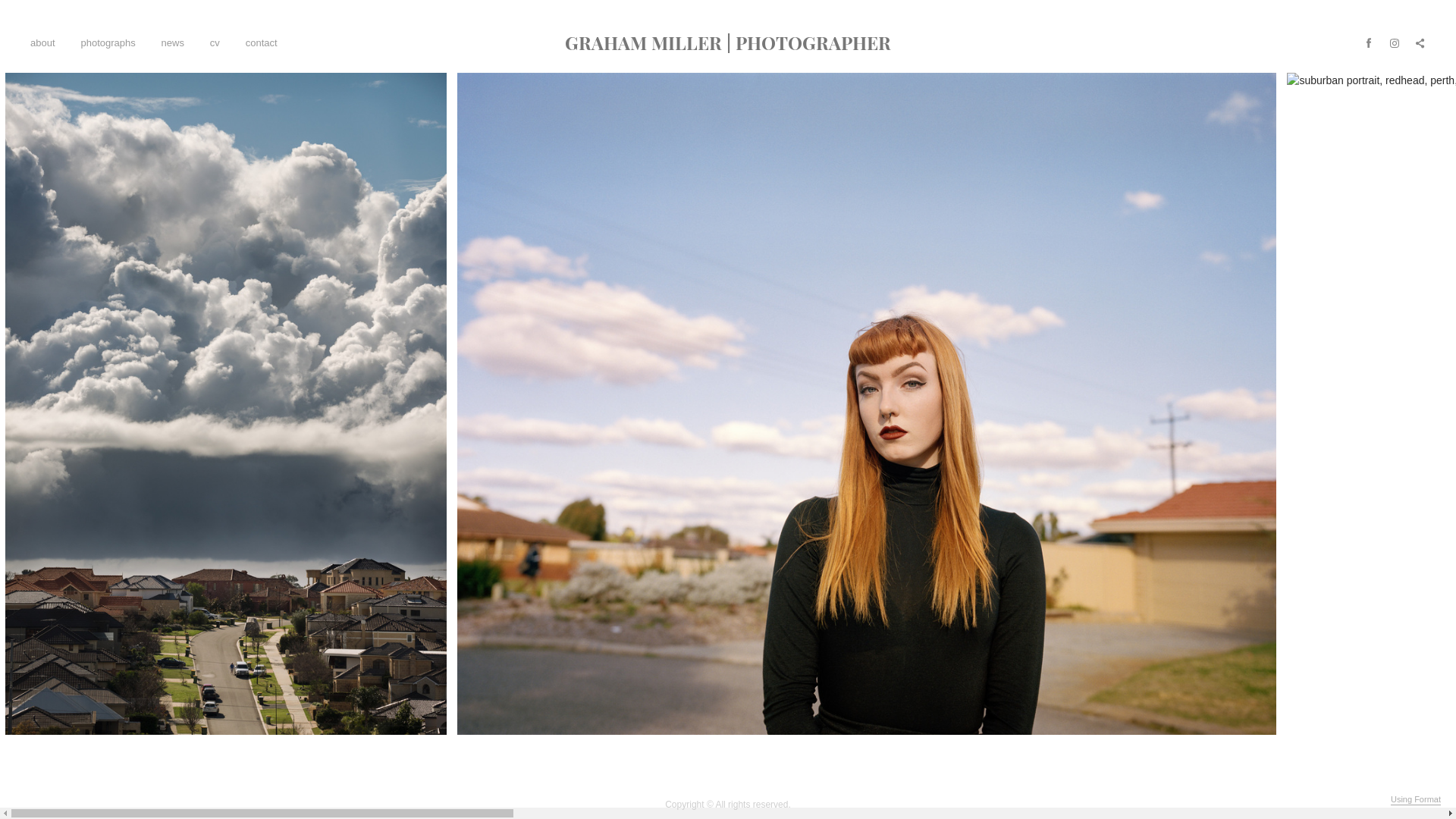  Describe the element at coordinates (161, 42) in the screenshot. I see `'news'` at that location.